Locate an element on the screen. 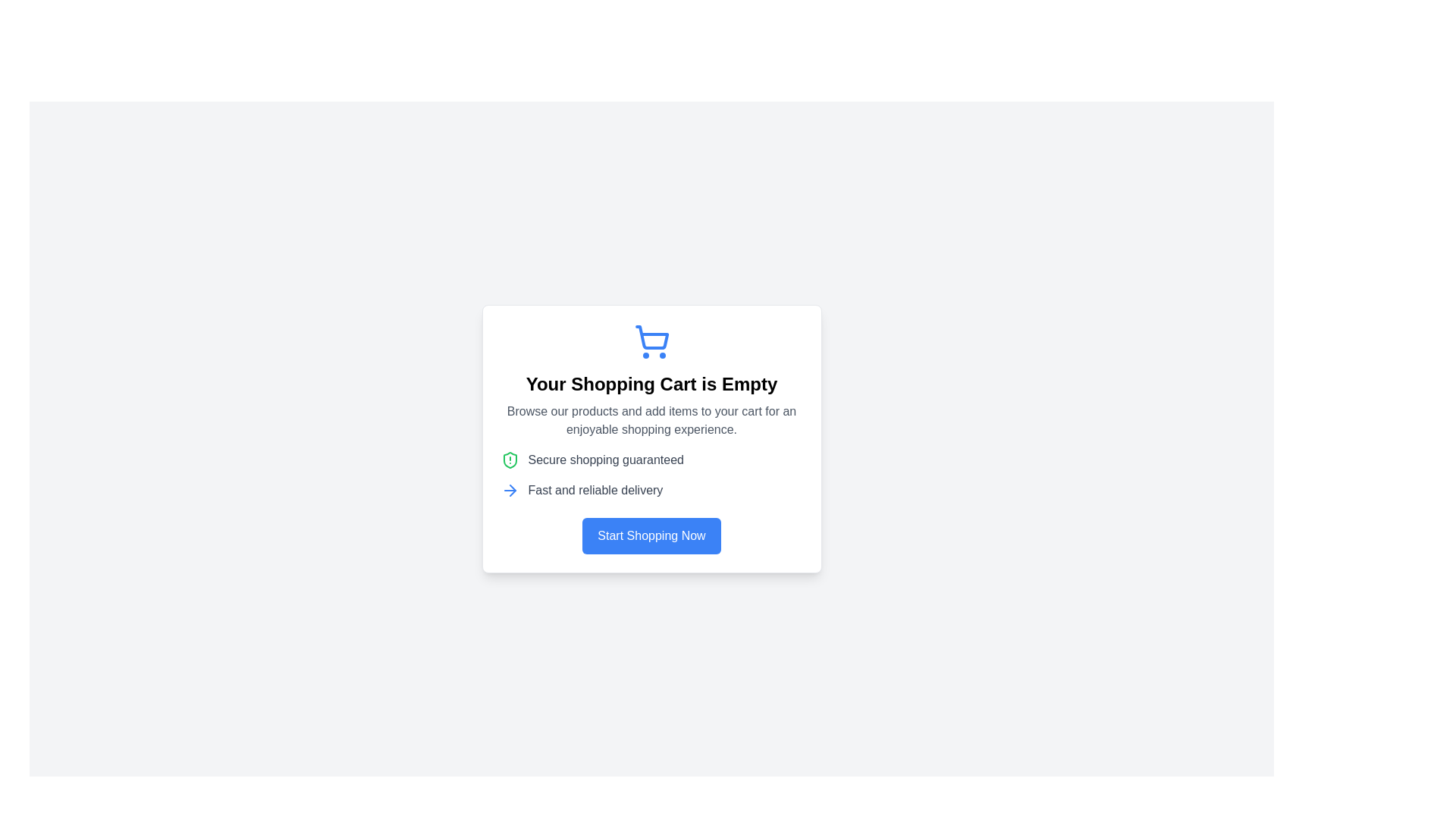  the first item in the vertical list of assurances, which includes informative text and an icon, located directly above 'Fast and reliable delivery' is located at coordinates (651, 459).